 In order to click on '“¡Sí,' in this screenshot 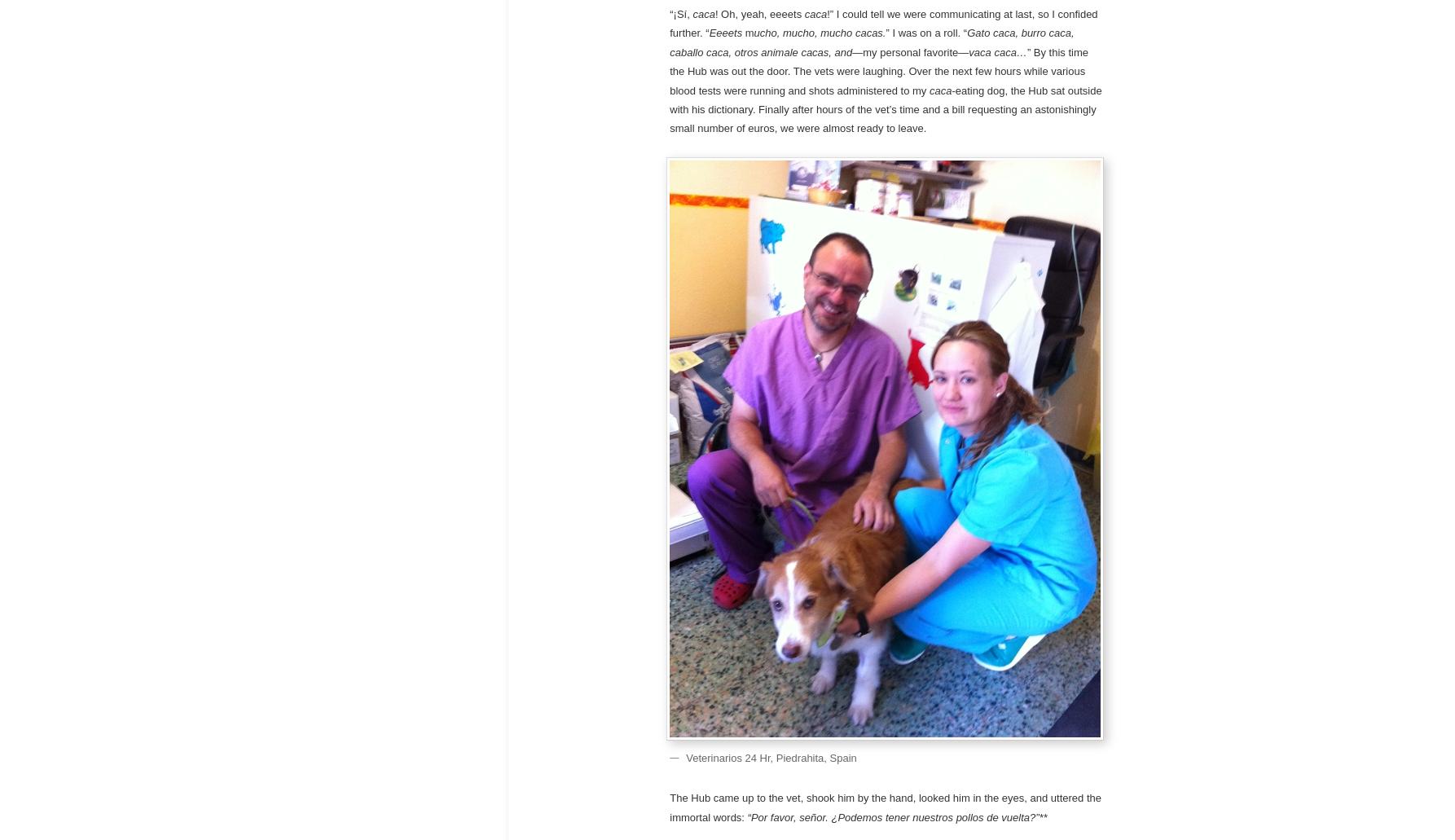, I will do `click(680, 13)`.